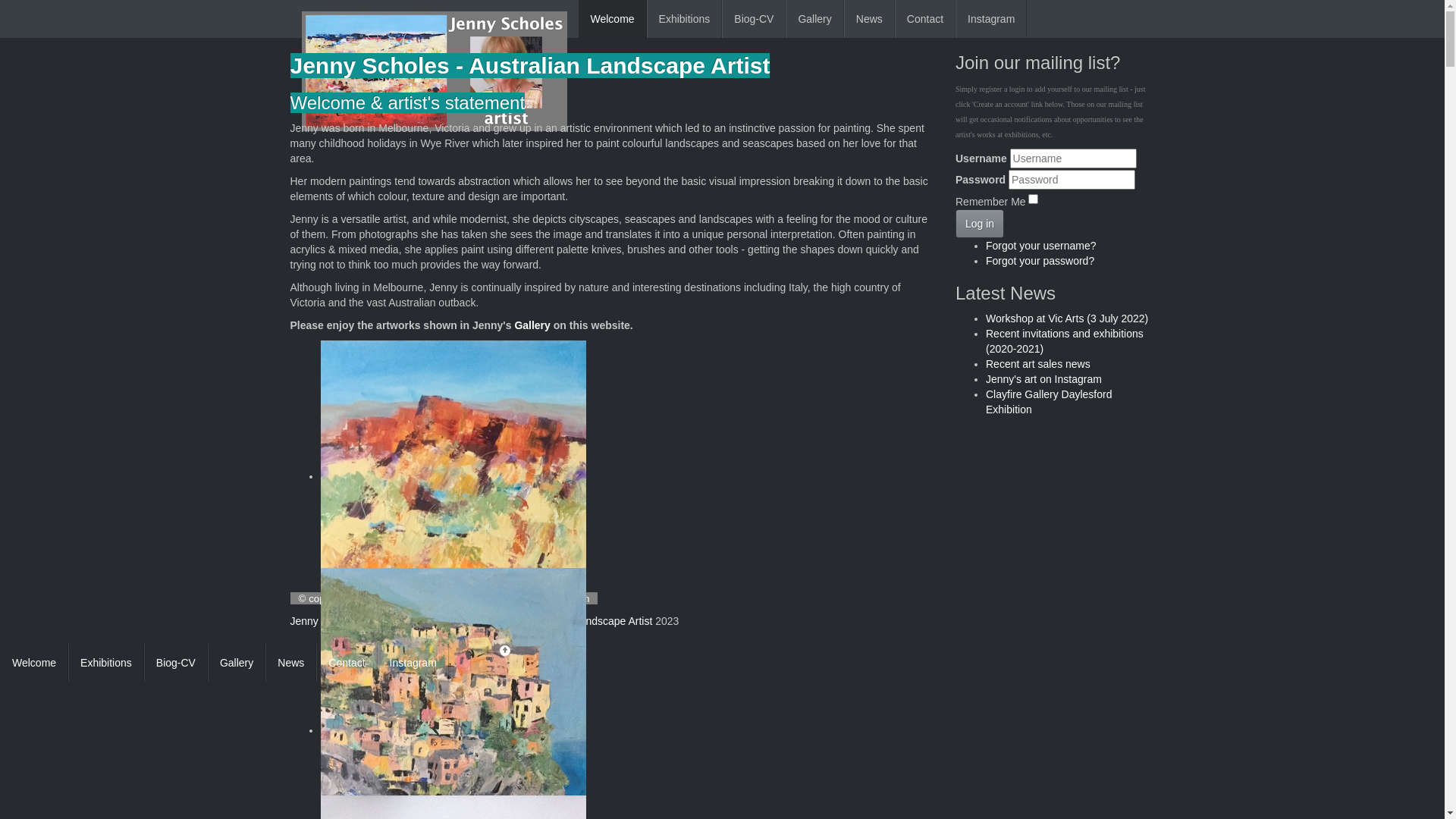 Image resolution: width=1456 pixels, height=819 pixels. Describe the element at coordinates (236, 662) in the screenshot. I see `'Gallery'` at that location.